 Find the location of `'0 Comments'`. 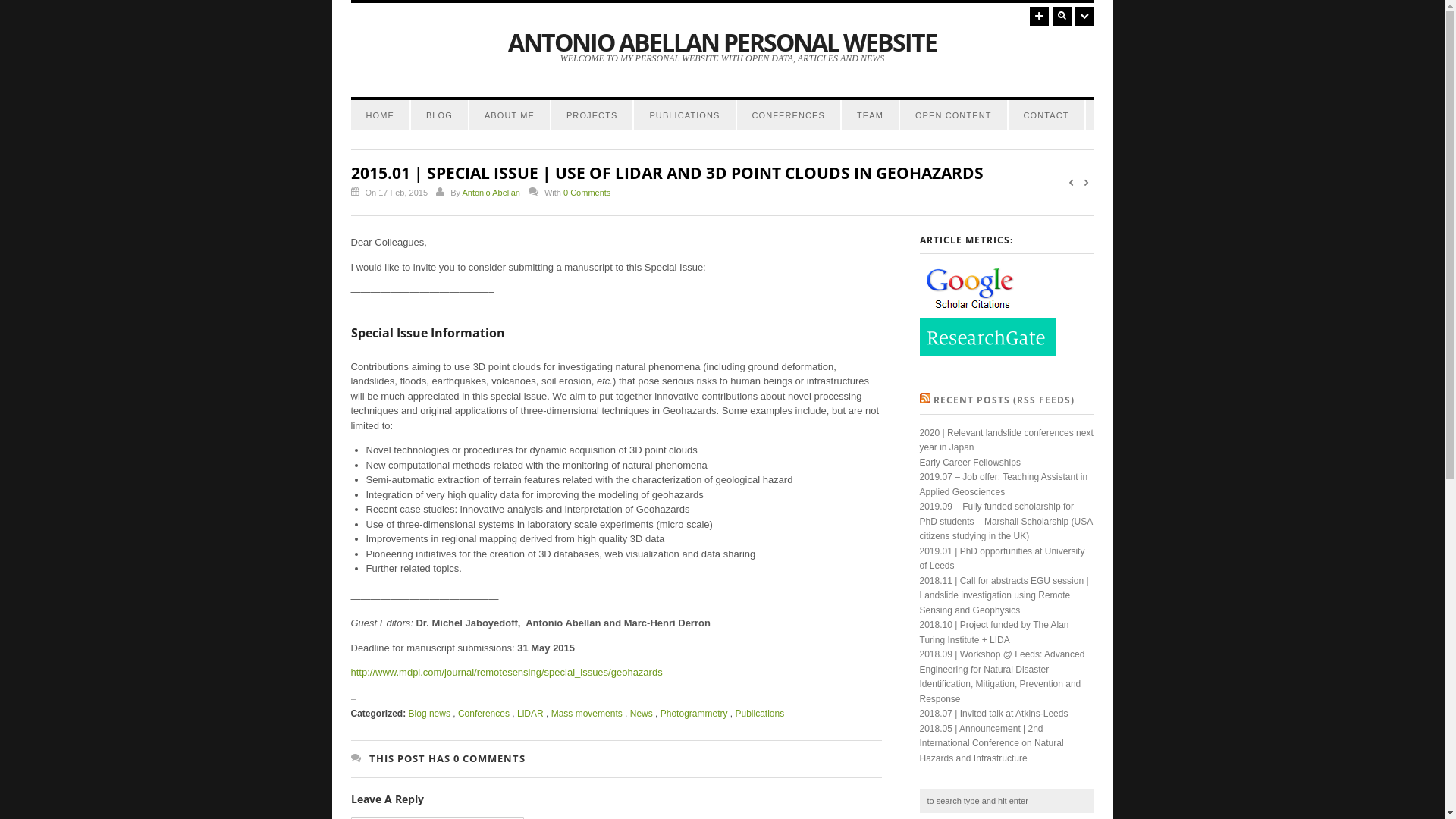

'0 Comments' is located at coordinates (585, 192).